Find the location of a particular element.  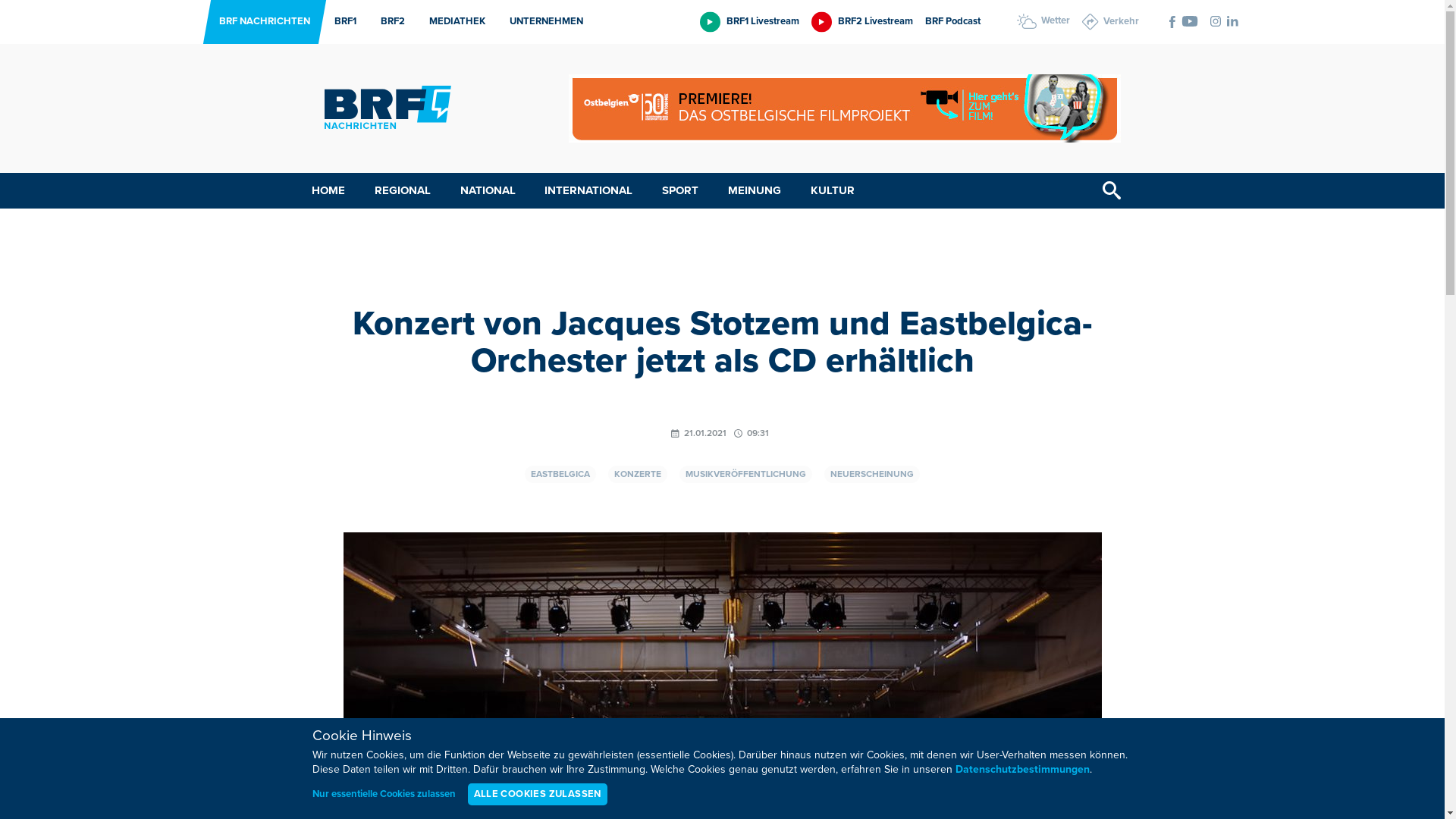

'EASTBELGICA' is located at coordinates (524, 473).